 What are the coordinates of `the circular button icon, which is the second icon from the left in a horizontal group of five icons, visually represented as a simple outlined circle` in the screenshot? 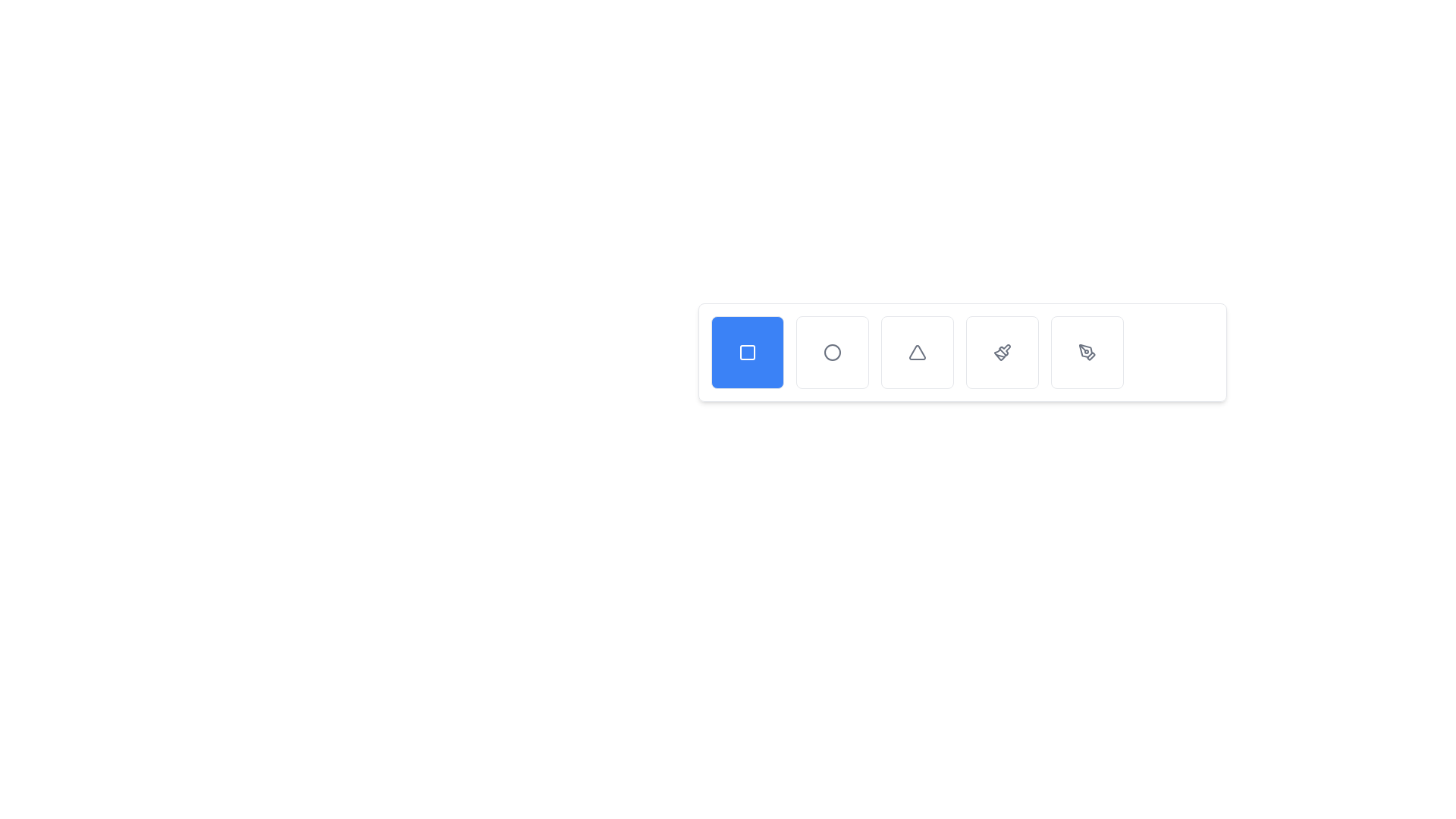 It's located at (832, 353).